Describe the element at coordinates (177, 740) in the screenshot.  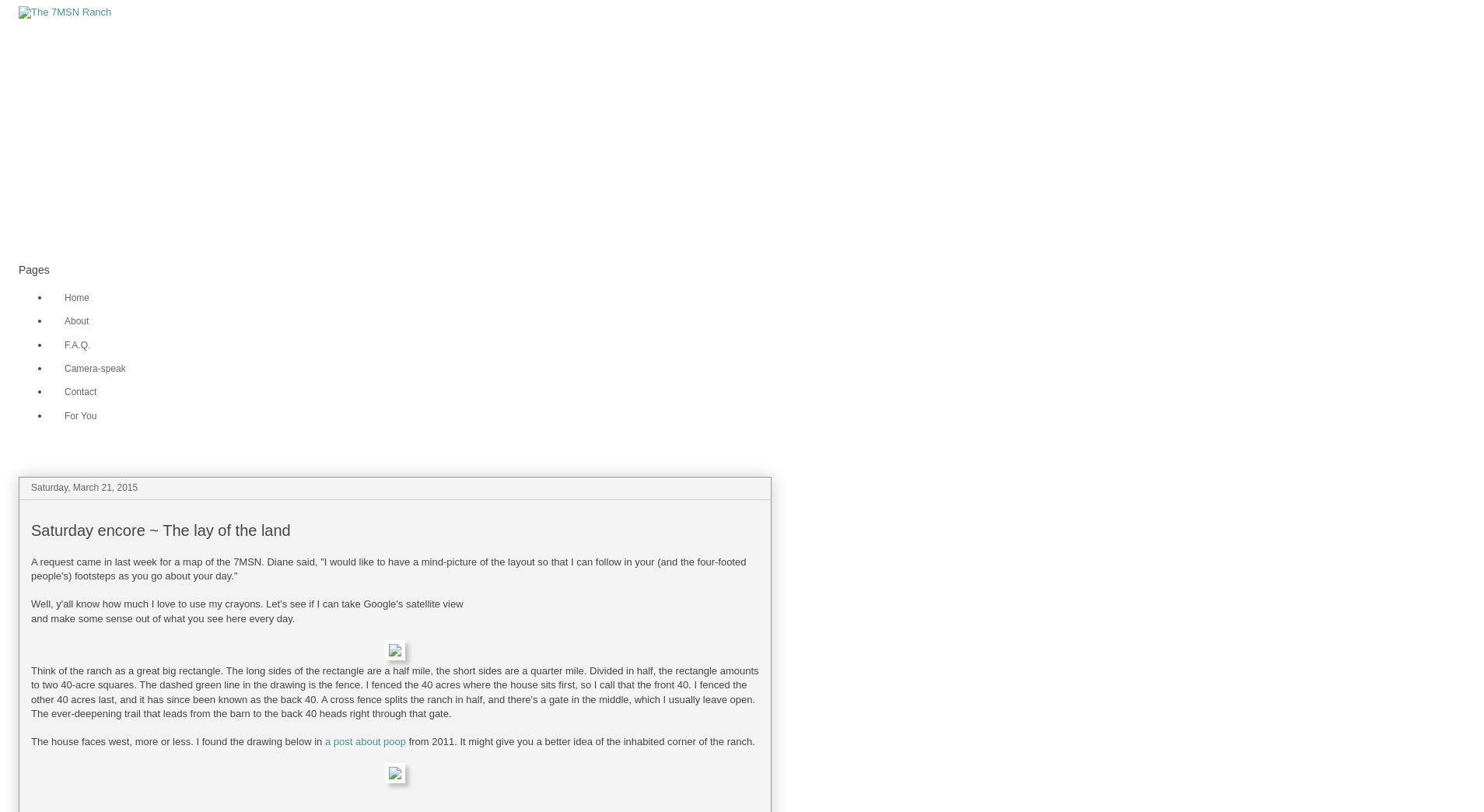
I see `'The house faces west, more or less. I found the drawing below in'` at that location.